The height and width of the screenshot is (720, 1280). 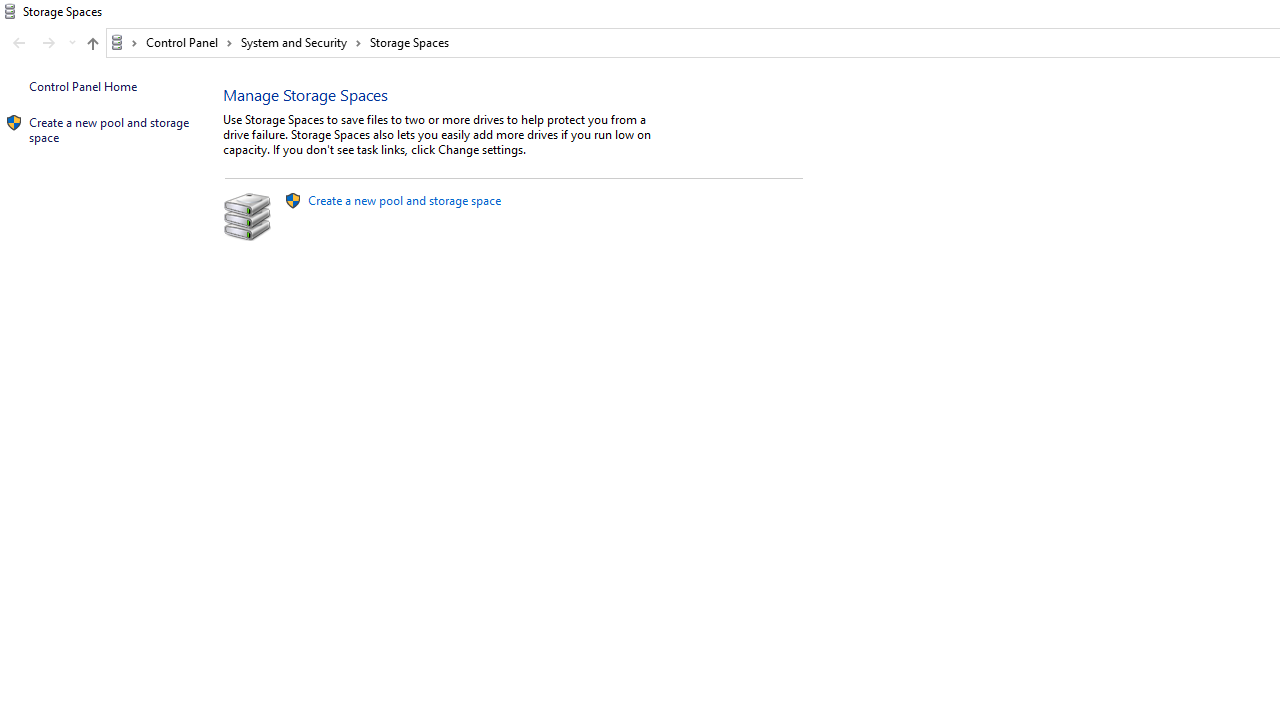 I want to click on 'Up band toolbar', so click(x=91, y=45).